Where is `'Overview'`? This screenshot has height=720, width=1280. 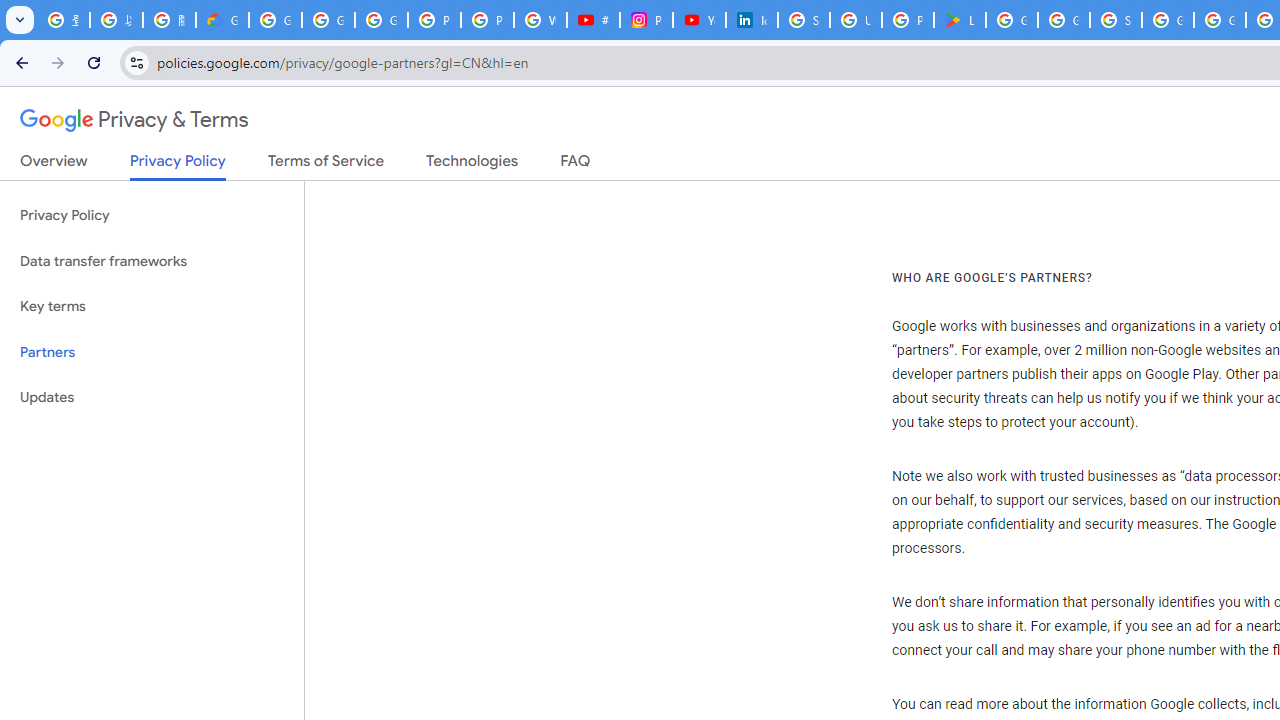
'Overview' is located at coordinates (54, 164).